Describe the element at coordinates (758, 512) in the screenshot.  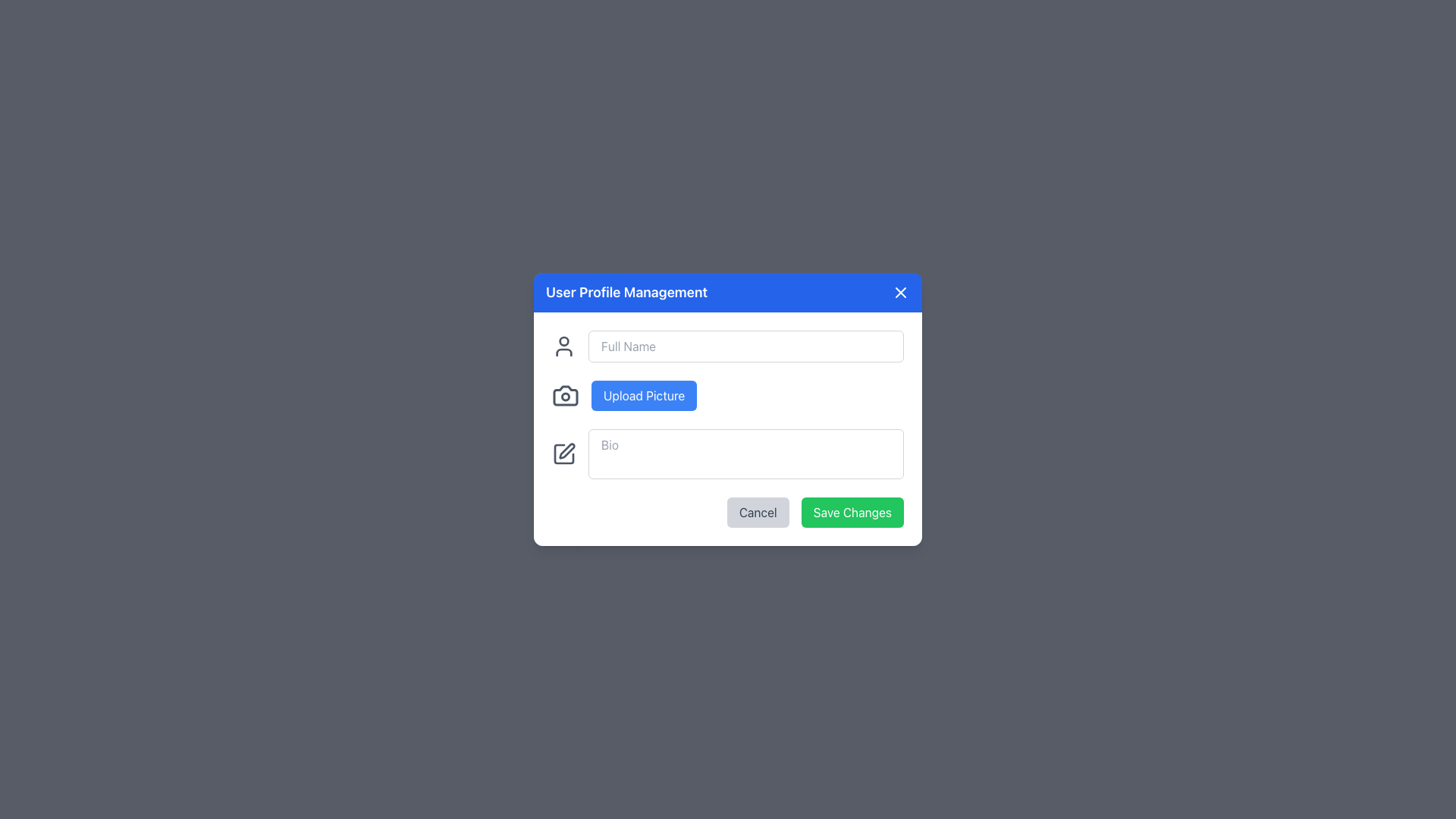
I see `the cancellation button located at the bottom-right of the modal dialog, which is the first button to the left of the 'Save Changes' button, to trigger a visual state change` at that location.